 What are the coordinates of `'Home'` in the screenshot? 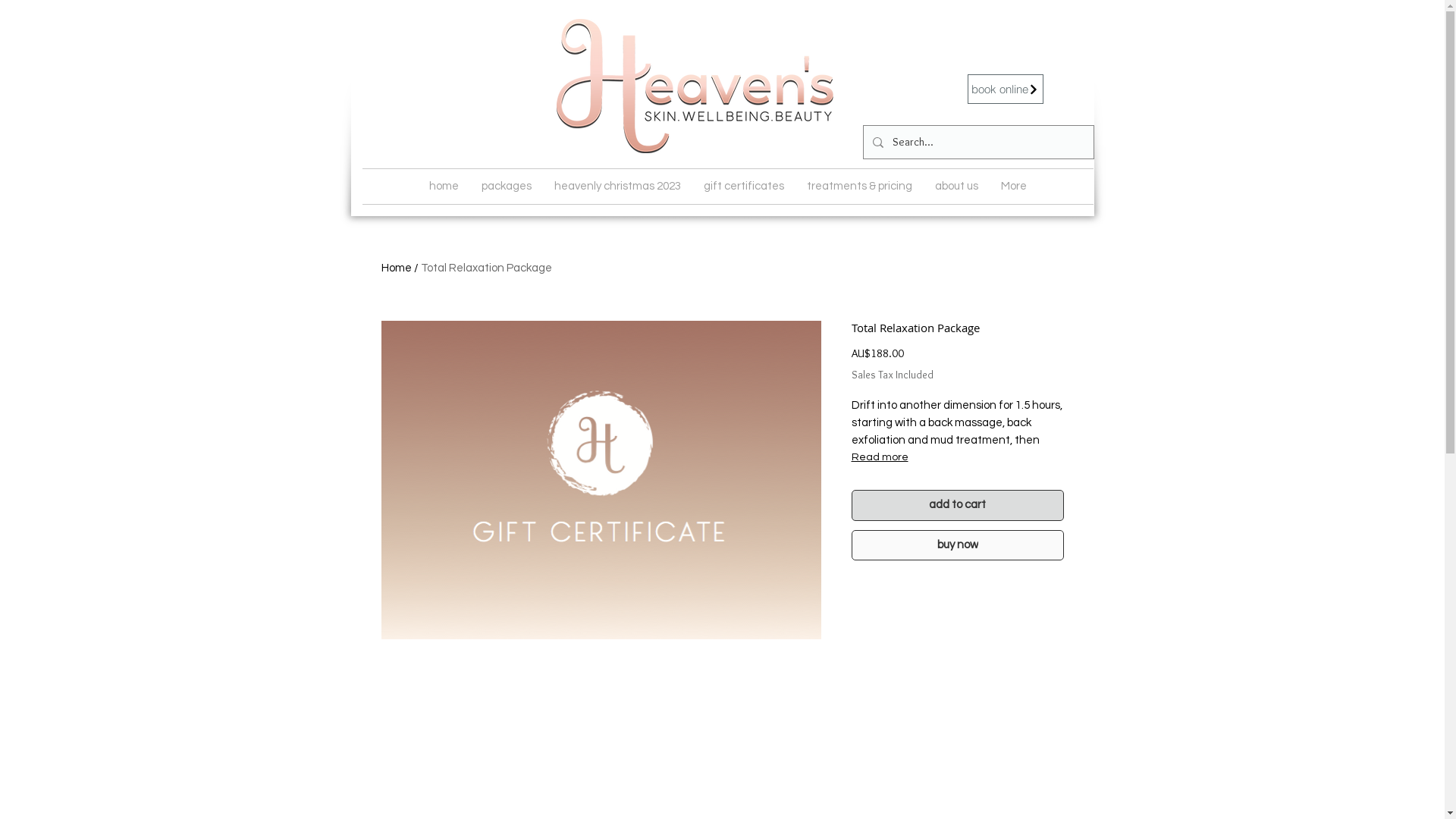 It's located at (396, 267).